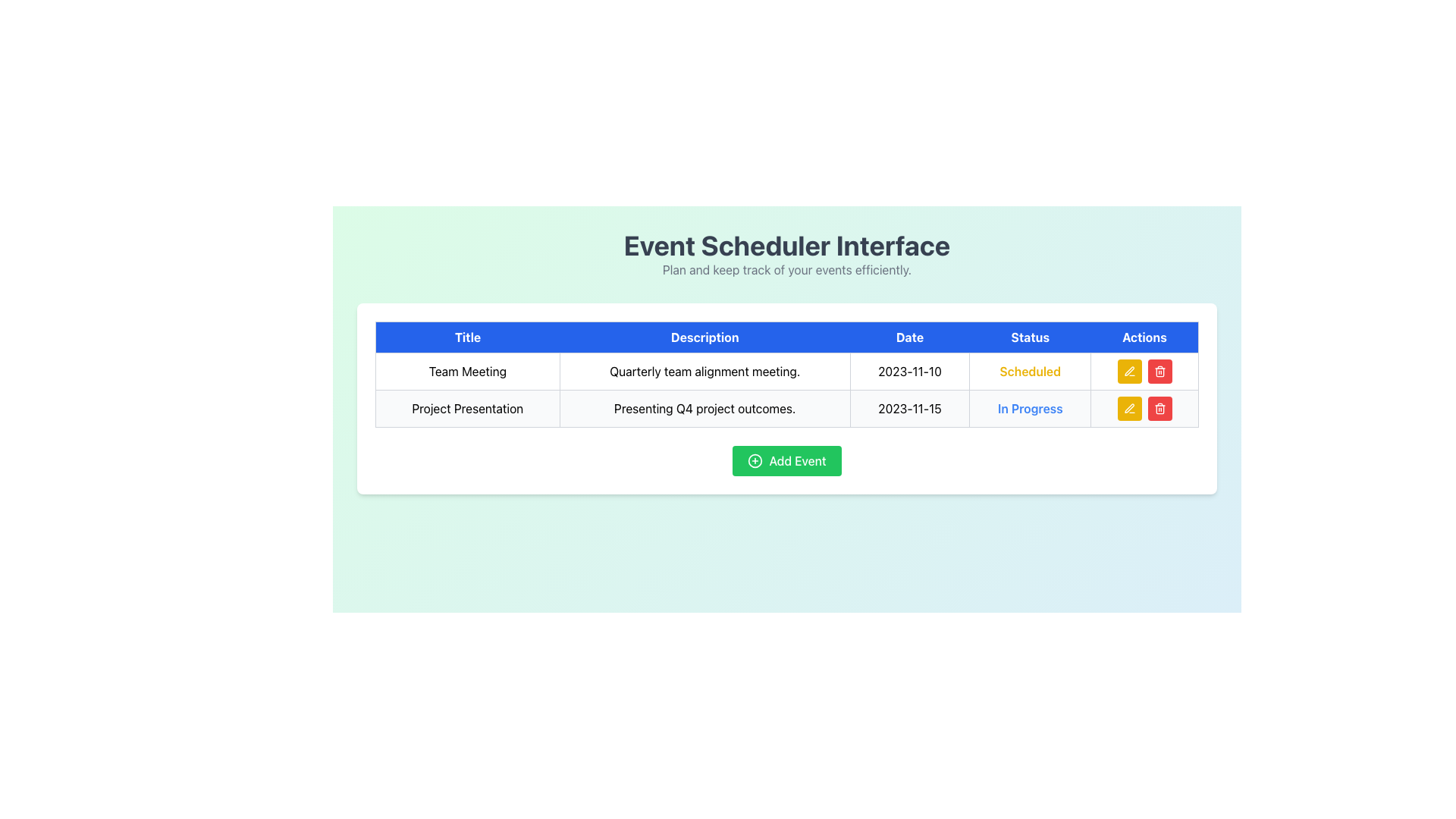 Image resolution: width=1456 pixels, height=819 pixels. What do you see at coordinates (1128, 406) in the screenshot?
I see `the pen icon in the 'Actions' column of the second row in the table to initiate editing` at bounding box center [1128, 406].